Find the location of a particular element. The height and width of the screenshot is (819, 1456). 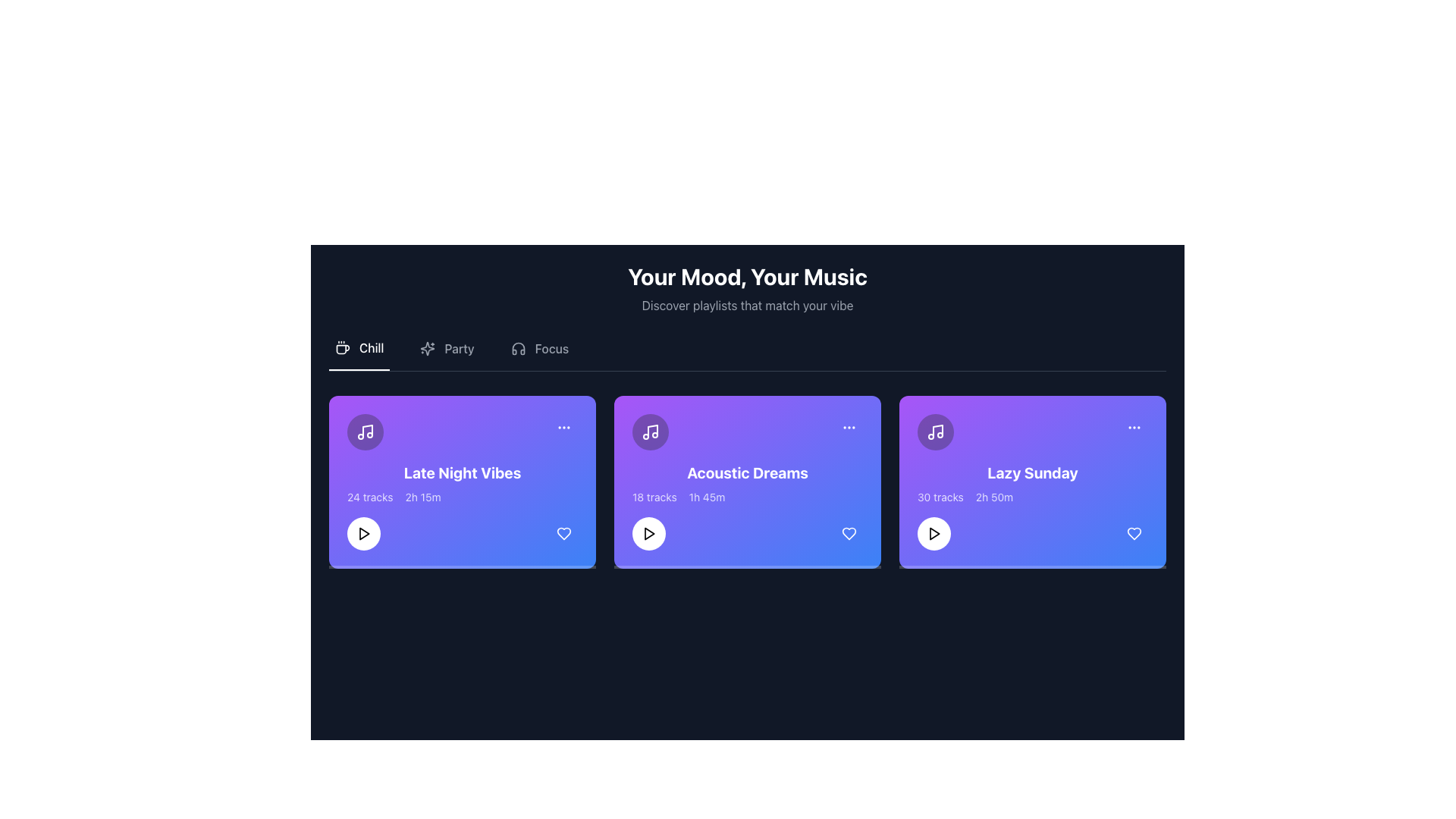

the 'Chill' text label in the horizontal navigation menu is located at coordinates (372, 348).